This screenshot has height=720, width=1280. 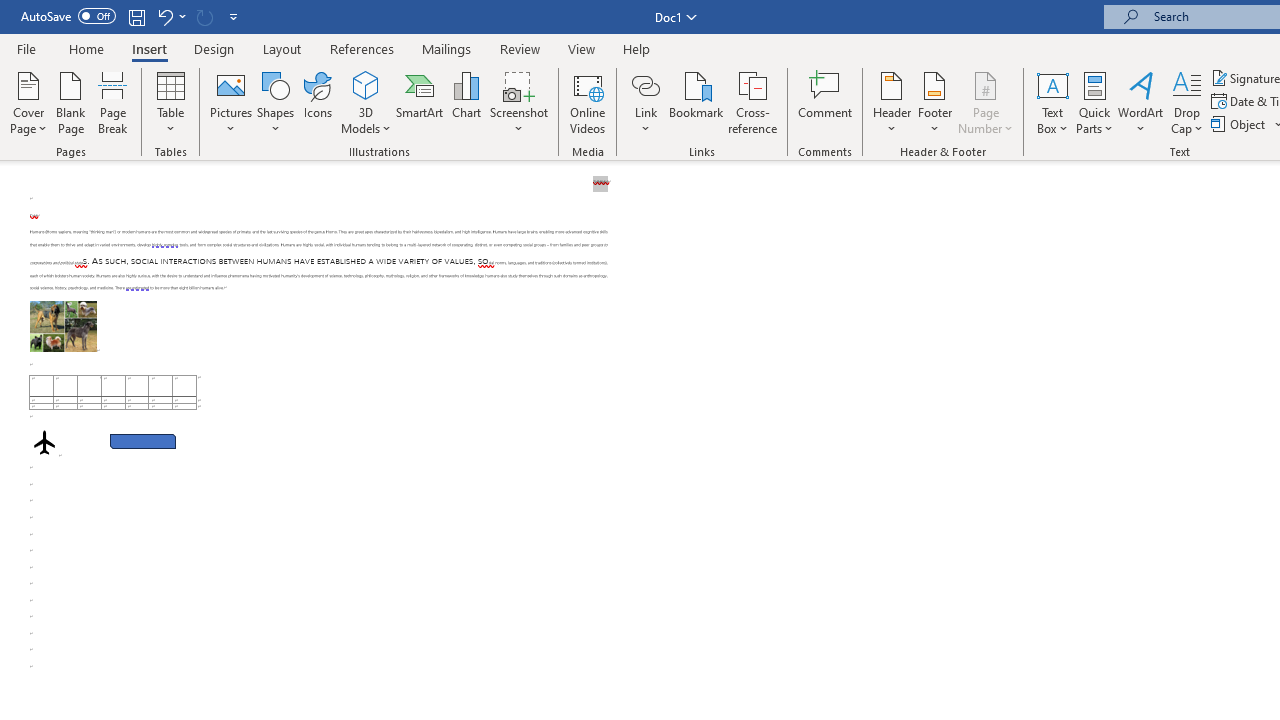 I want to click on 'Text Box', so click(x=1051, y=103).